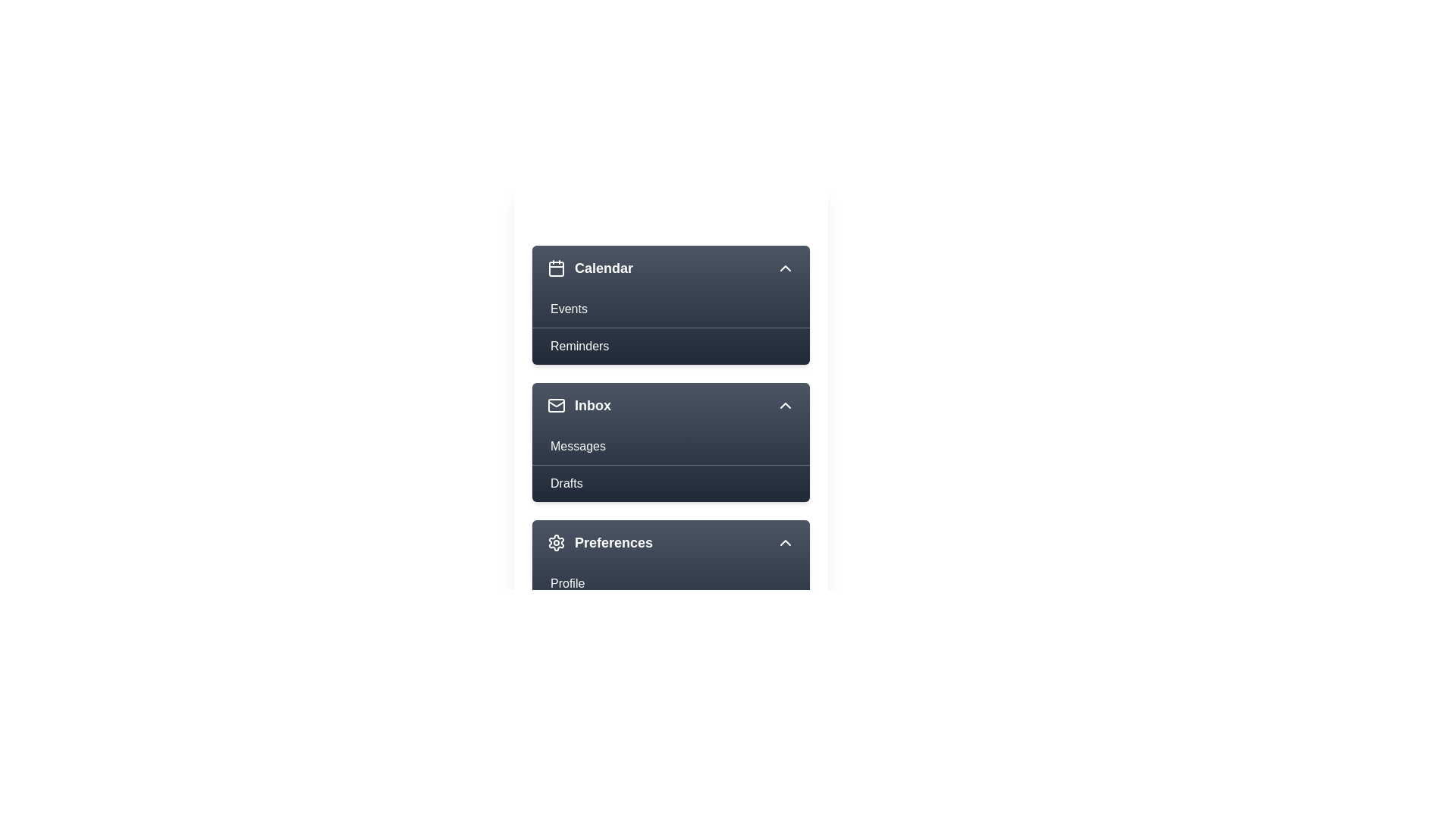 This screenshot has height=819, width=1456. Describe the element at coordinates (670, 309) in the screenshot. I see `the menu item Events from the section Calendar` at that location.